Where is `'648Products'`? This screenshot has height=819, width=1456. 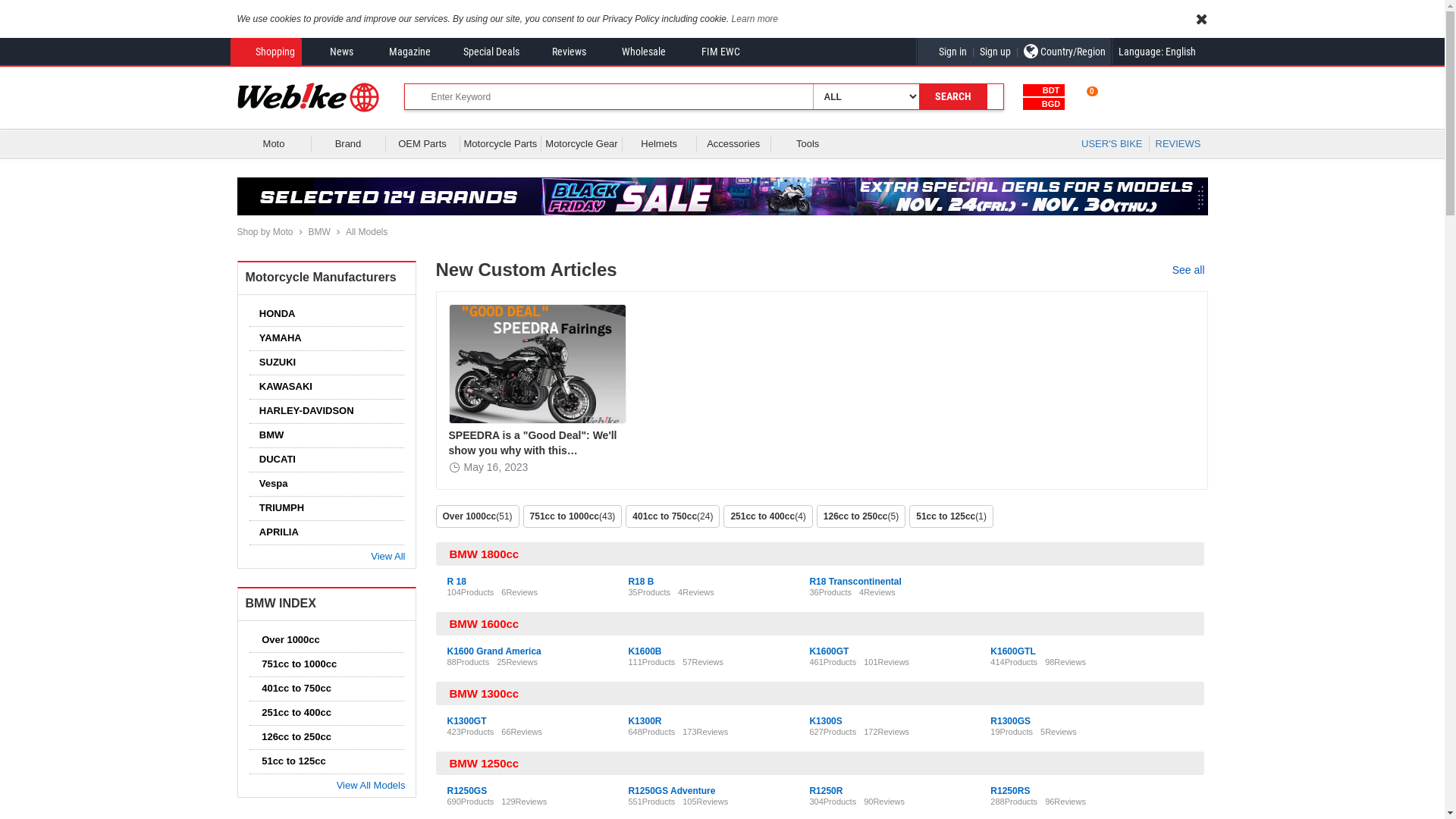 '648Products' is located at coordinates (651, 730).